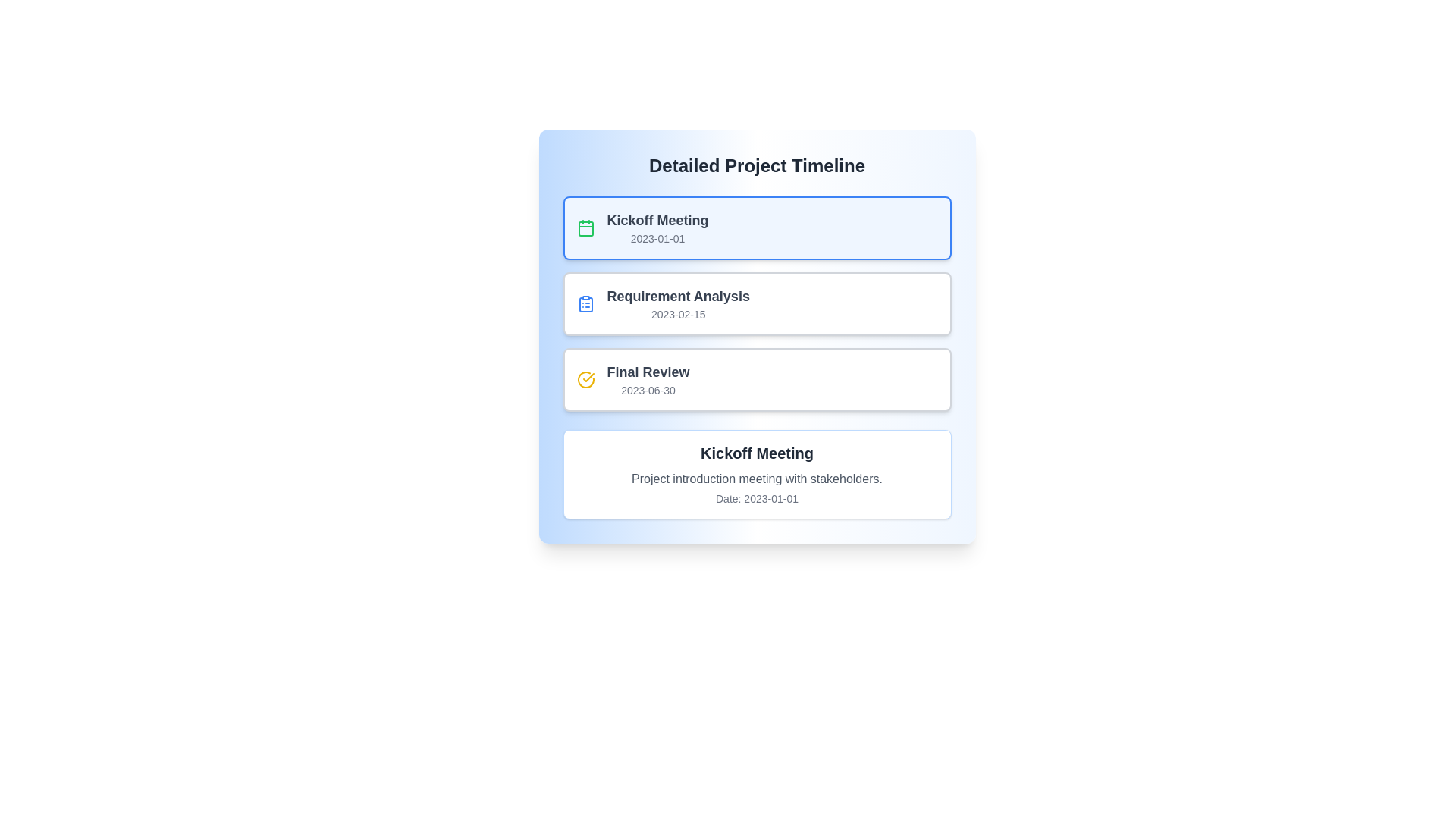  Describe the element at coordinates (757, 452) in the screenshot. I see `the 'Kickoff Meeting' text element, which is prominently displayed in bold, large-sized dark gray text within a white background` at that location.